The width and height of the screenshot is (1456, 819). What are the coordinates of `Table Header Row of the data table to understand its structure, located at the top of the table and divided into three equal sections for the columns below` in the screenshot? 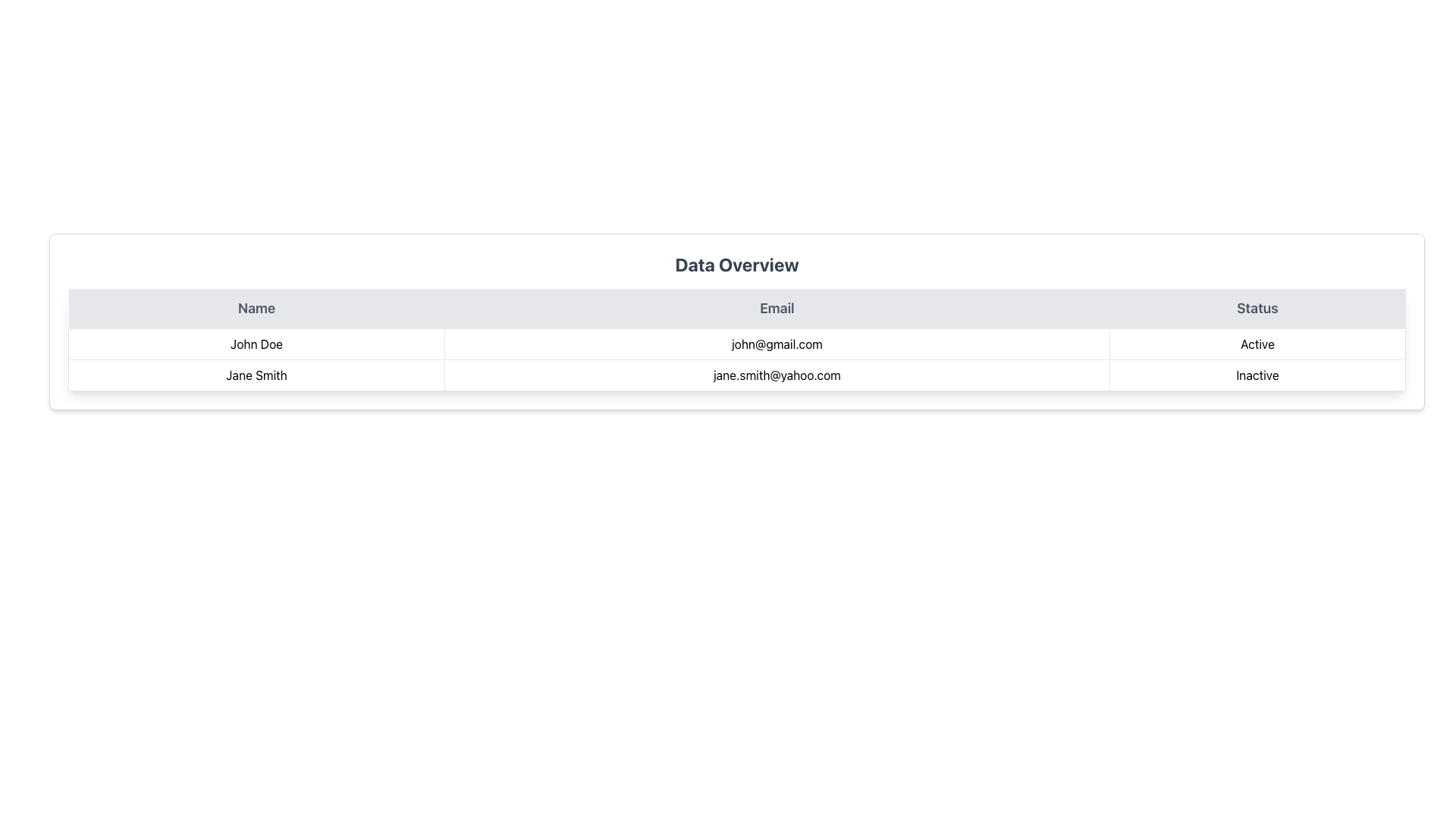 It's located at (736, 308).